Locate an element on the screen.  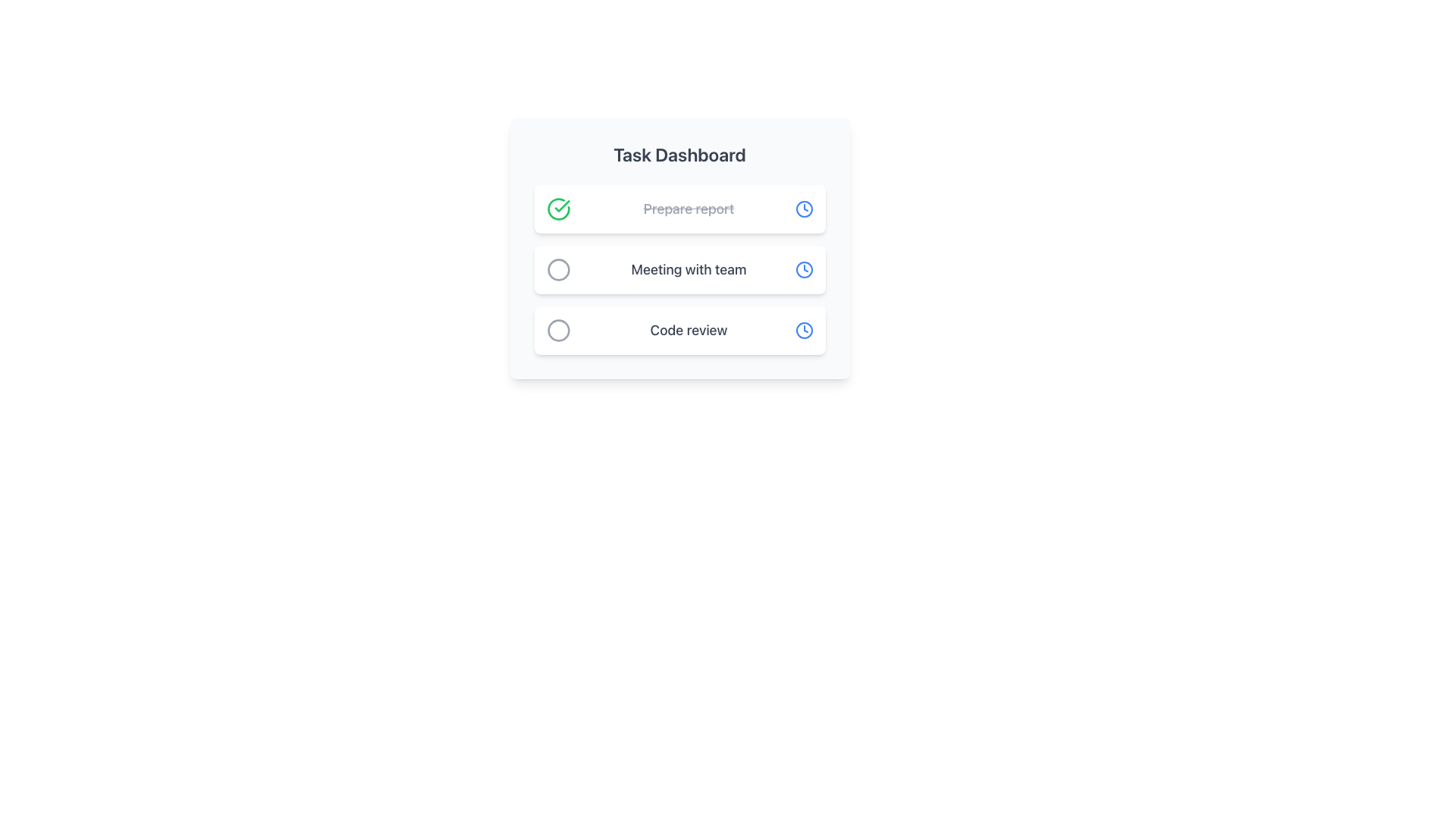
the text label displaying 'Code review', which is located on the right side of a circular checkbox in the task list interface is located at coordinates (688, 329).